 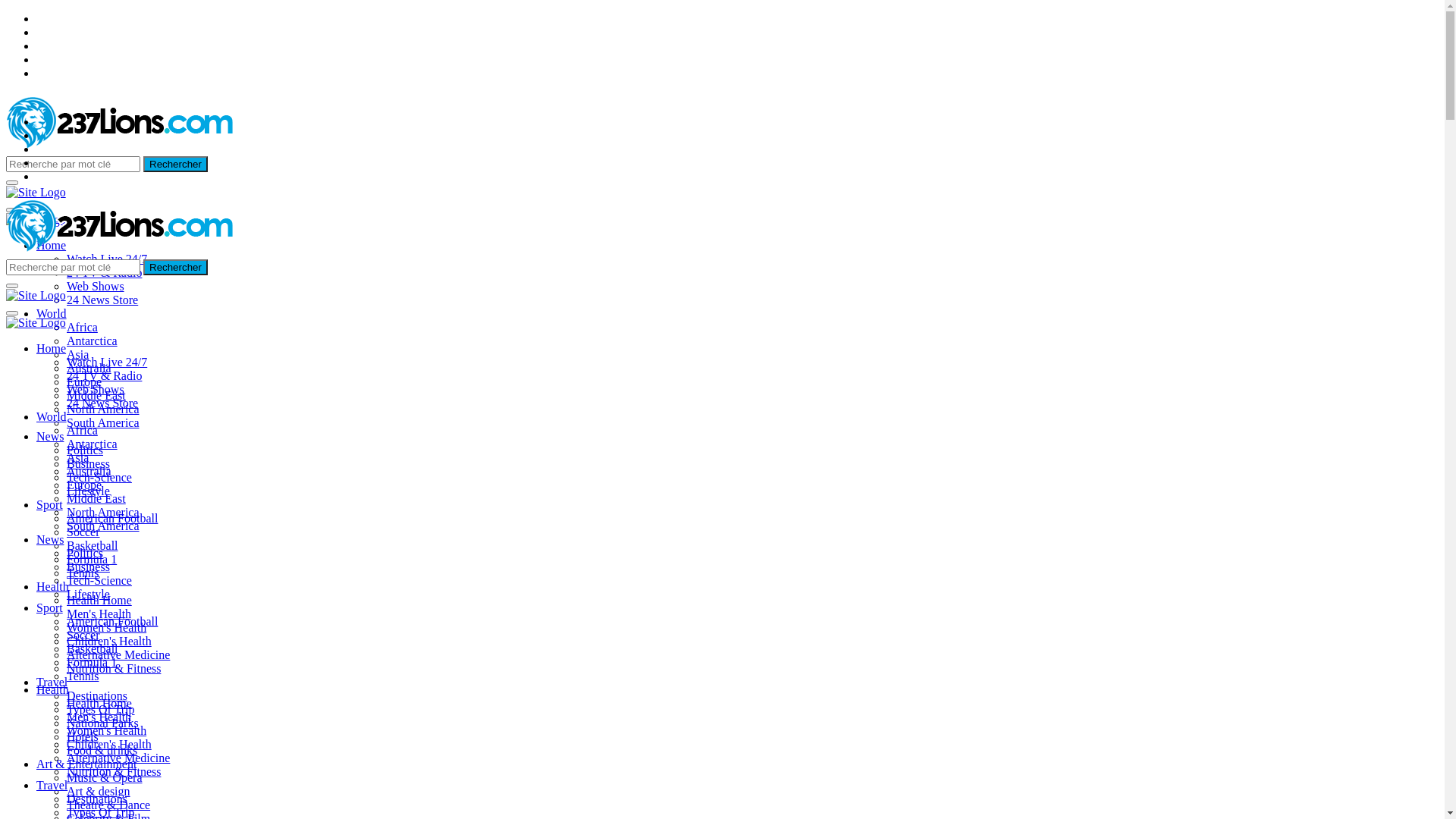 I want to click on 'American Football', so click(x=111, y=621).